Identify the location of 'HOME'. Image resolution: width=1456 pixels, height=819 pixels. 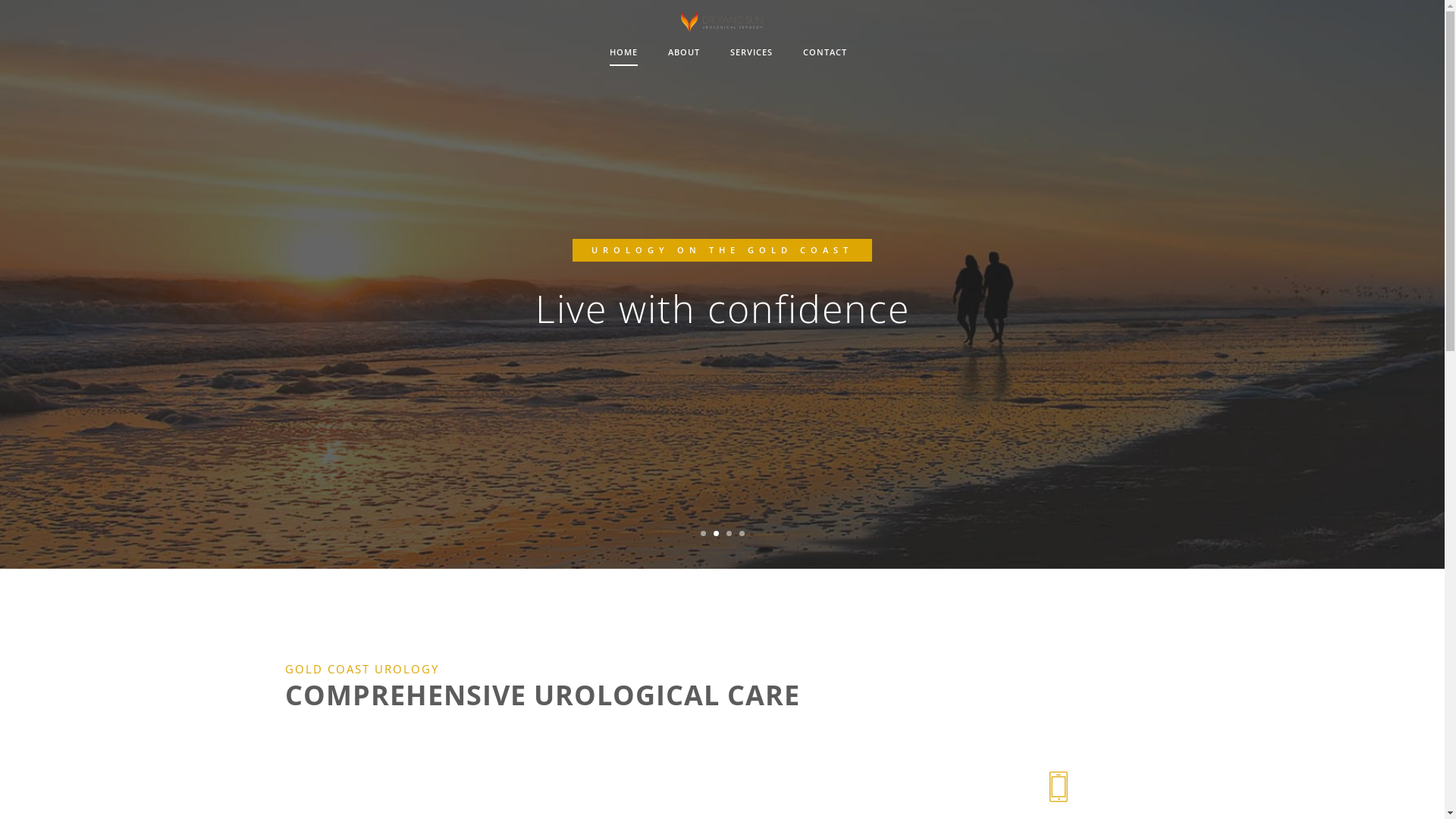
(623, 52).